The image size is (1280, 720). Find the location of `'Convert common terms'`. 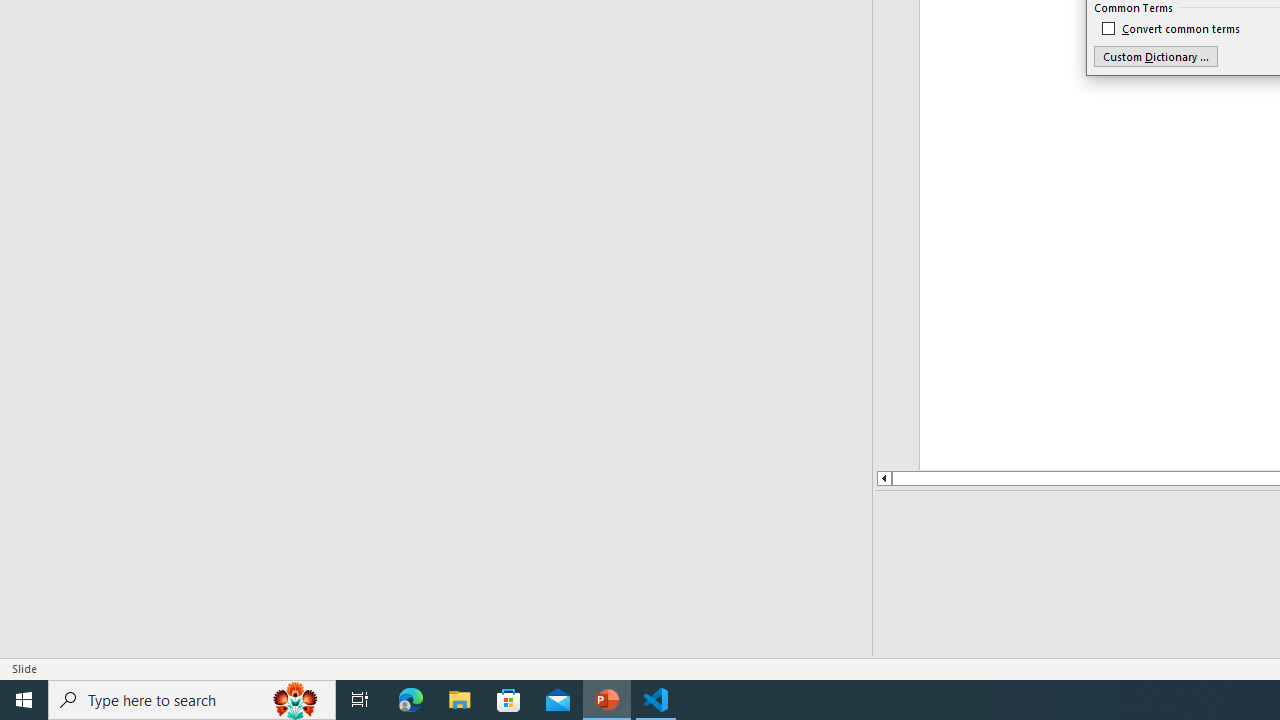

'Convert common terms' is located at coordinates (1171, 28).